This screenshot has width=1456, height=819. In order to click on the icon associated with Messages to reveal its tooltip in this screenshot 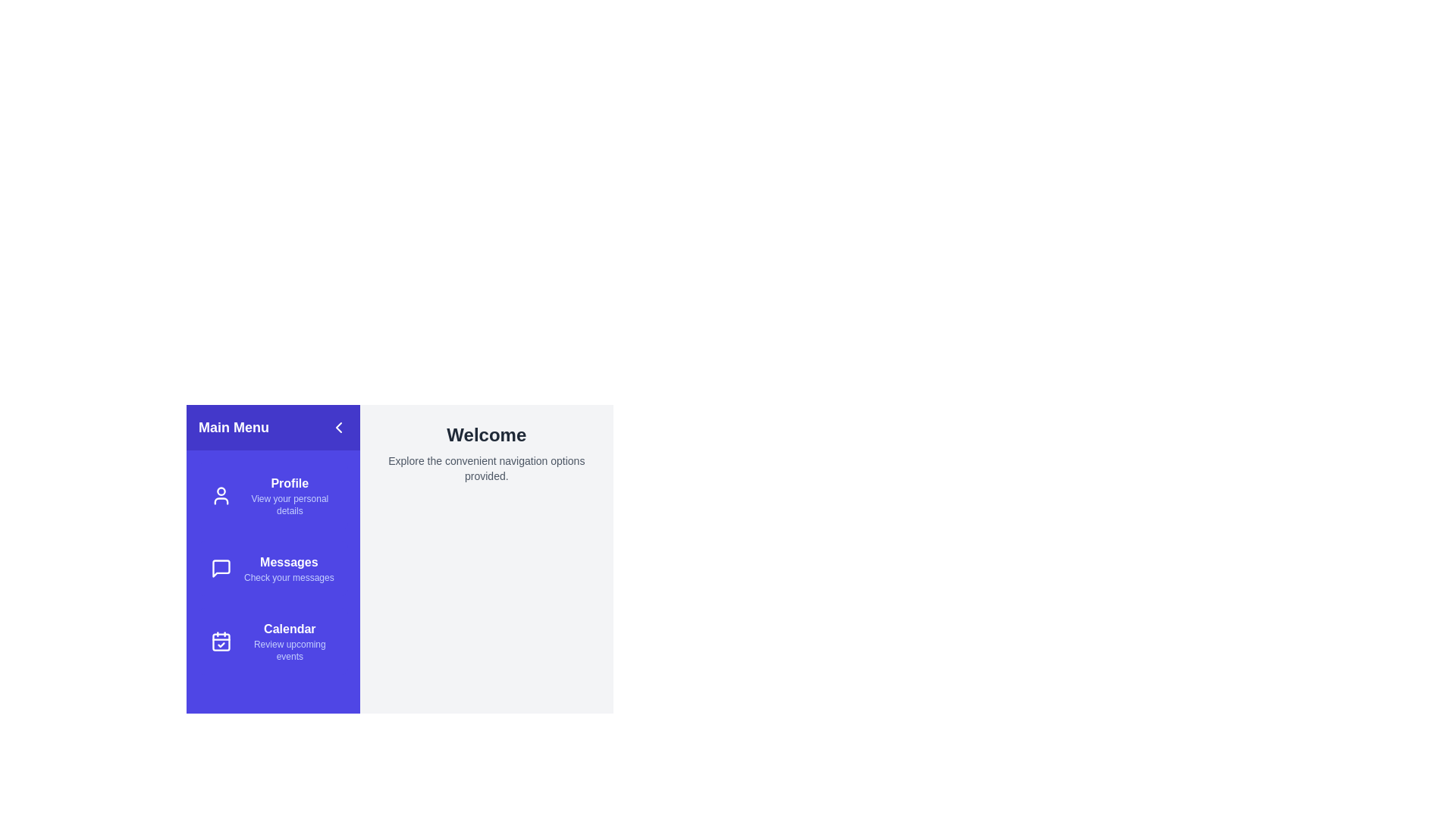, I will do `click(221, 568)`.